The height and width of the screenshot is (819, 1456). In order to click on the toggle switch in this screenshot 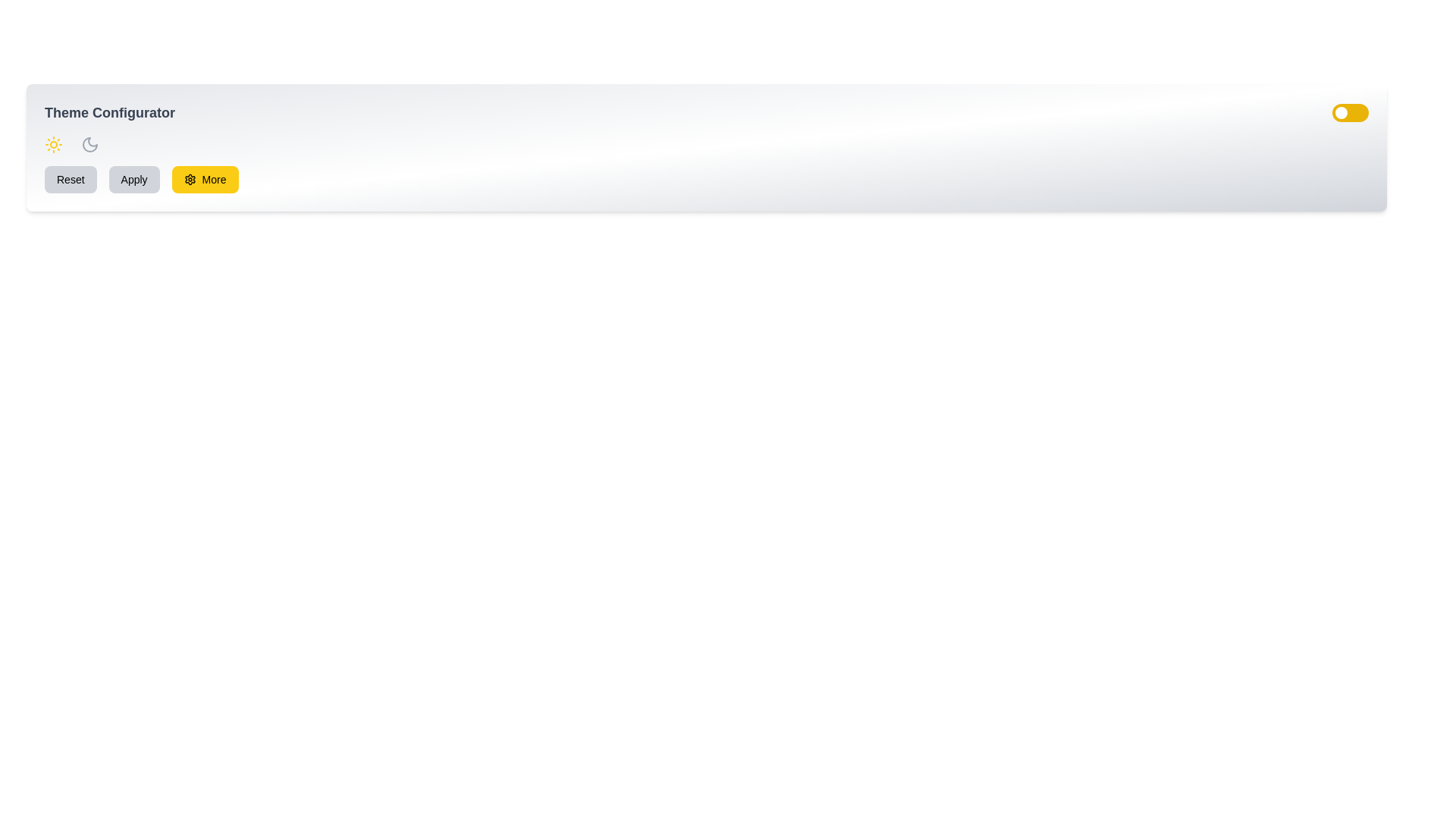, I will do `click(1338, 112)`.